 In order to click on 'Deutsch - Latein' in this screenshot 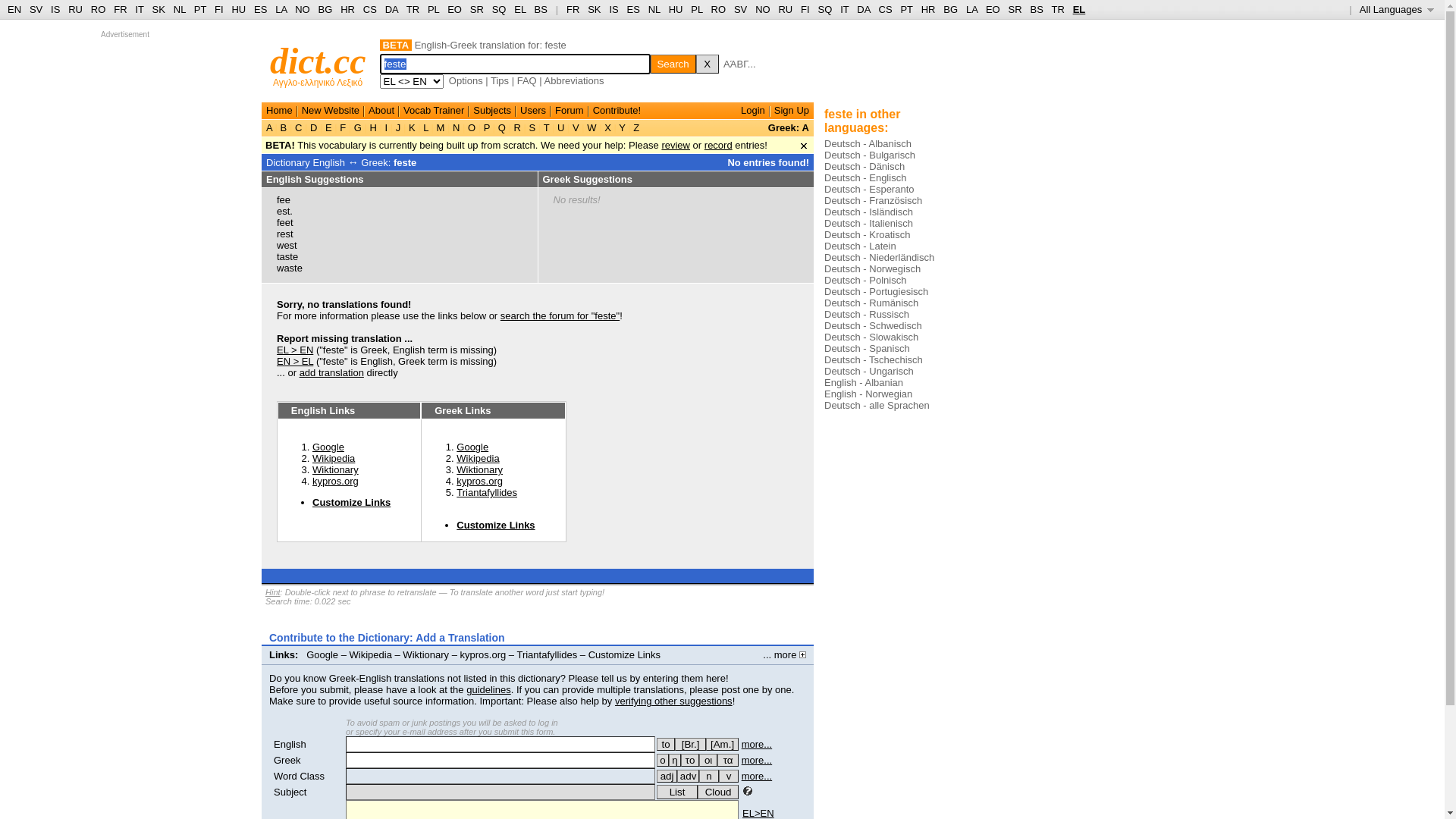, I will do `click(860, 245)`.